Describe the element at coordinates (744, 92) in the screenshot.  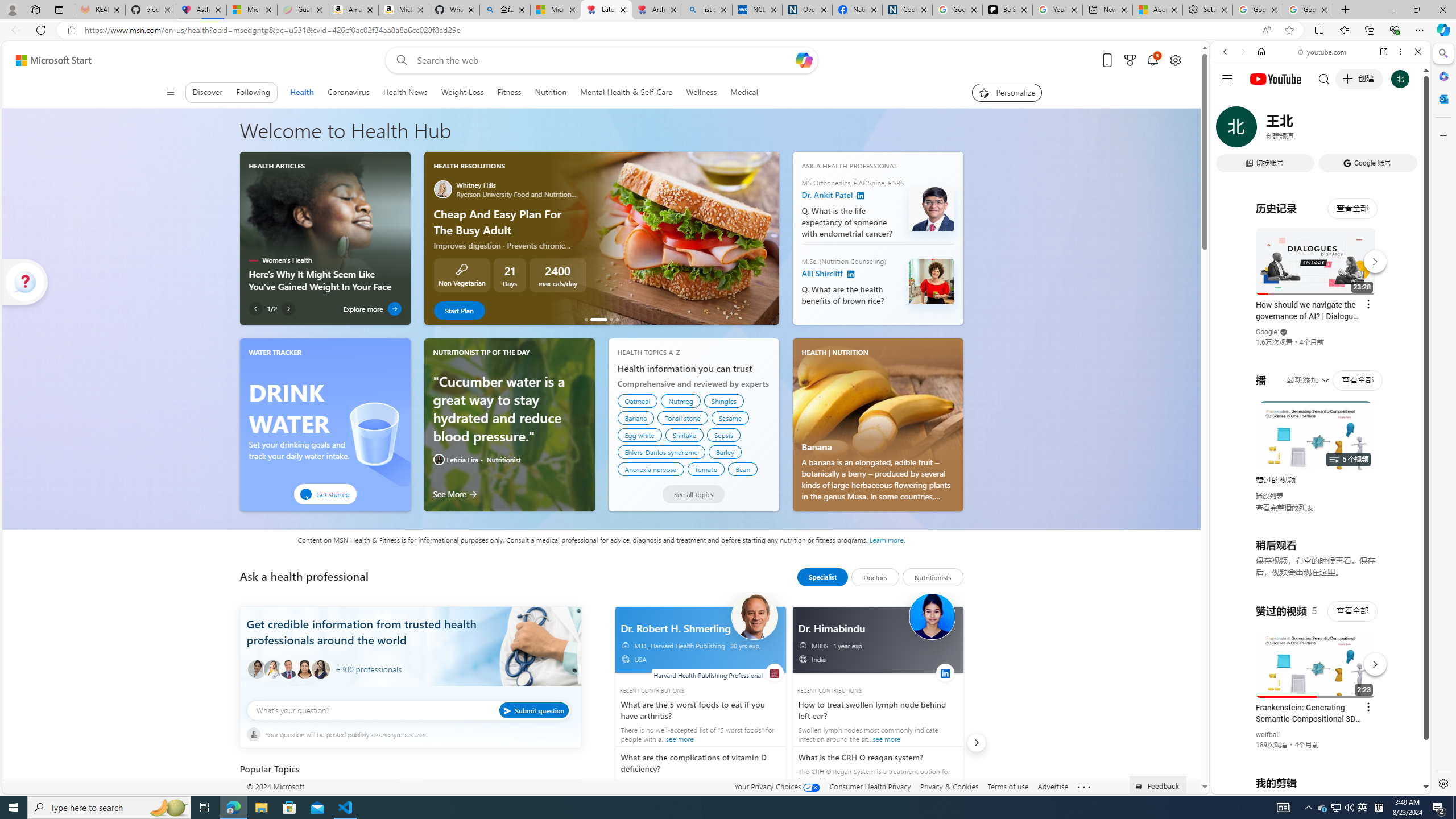
I see `'Medical'` at that location.